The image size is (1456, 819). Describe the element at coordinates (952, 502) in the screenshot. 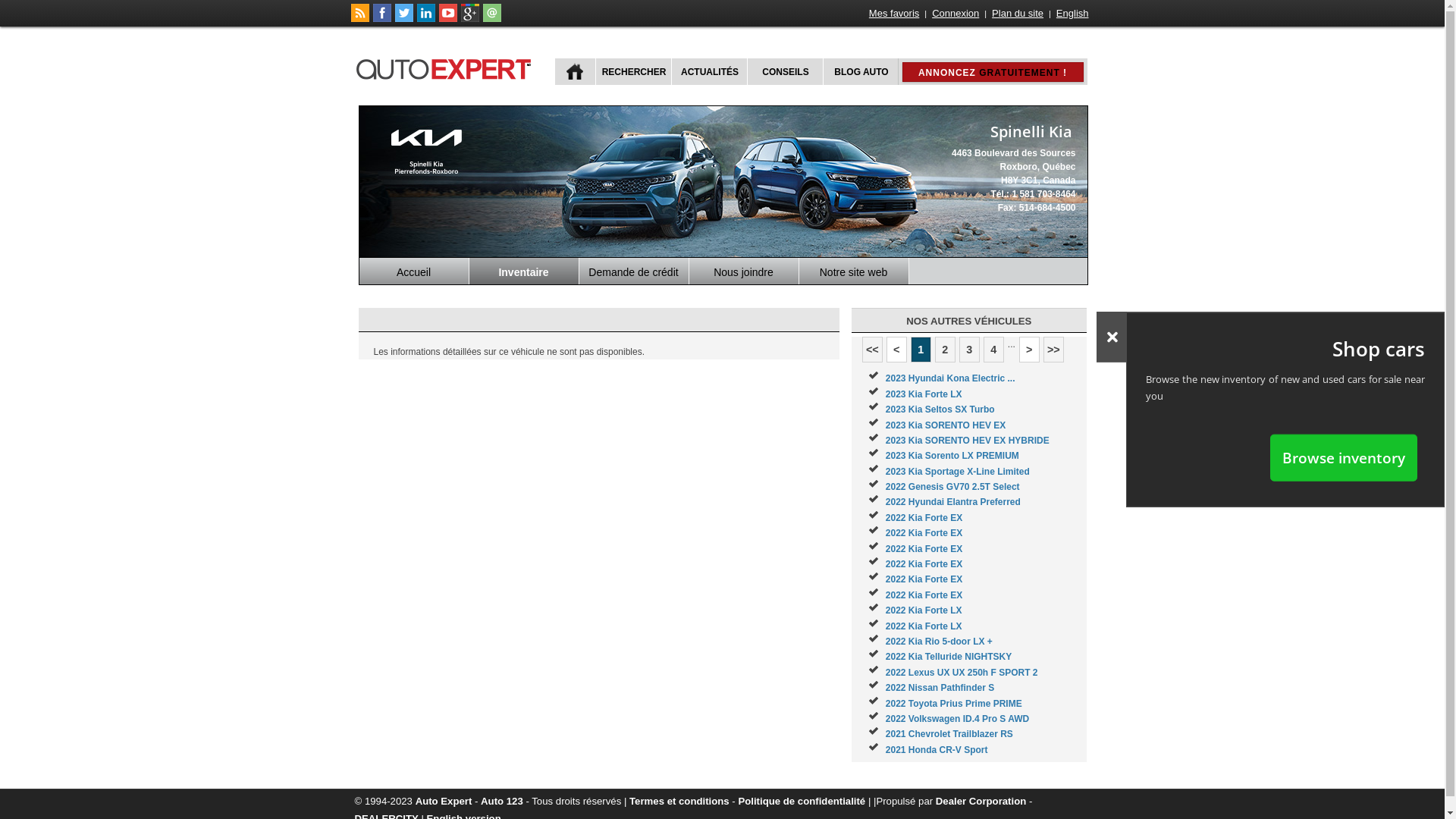

I see `'2022 Hyundai Elantra Preferred'` at that location.